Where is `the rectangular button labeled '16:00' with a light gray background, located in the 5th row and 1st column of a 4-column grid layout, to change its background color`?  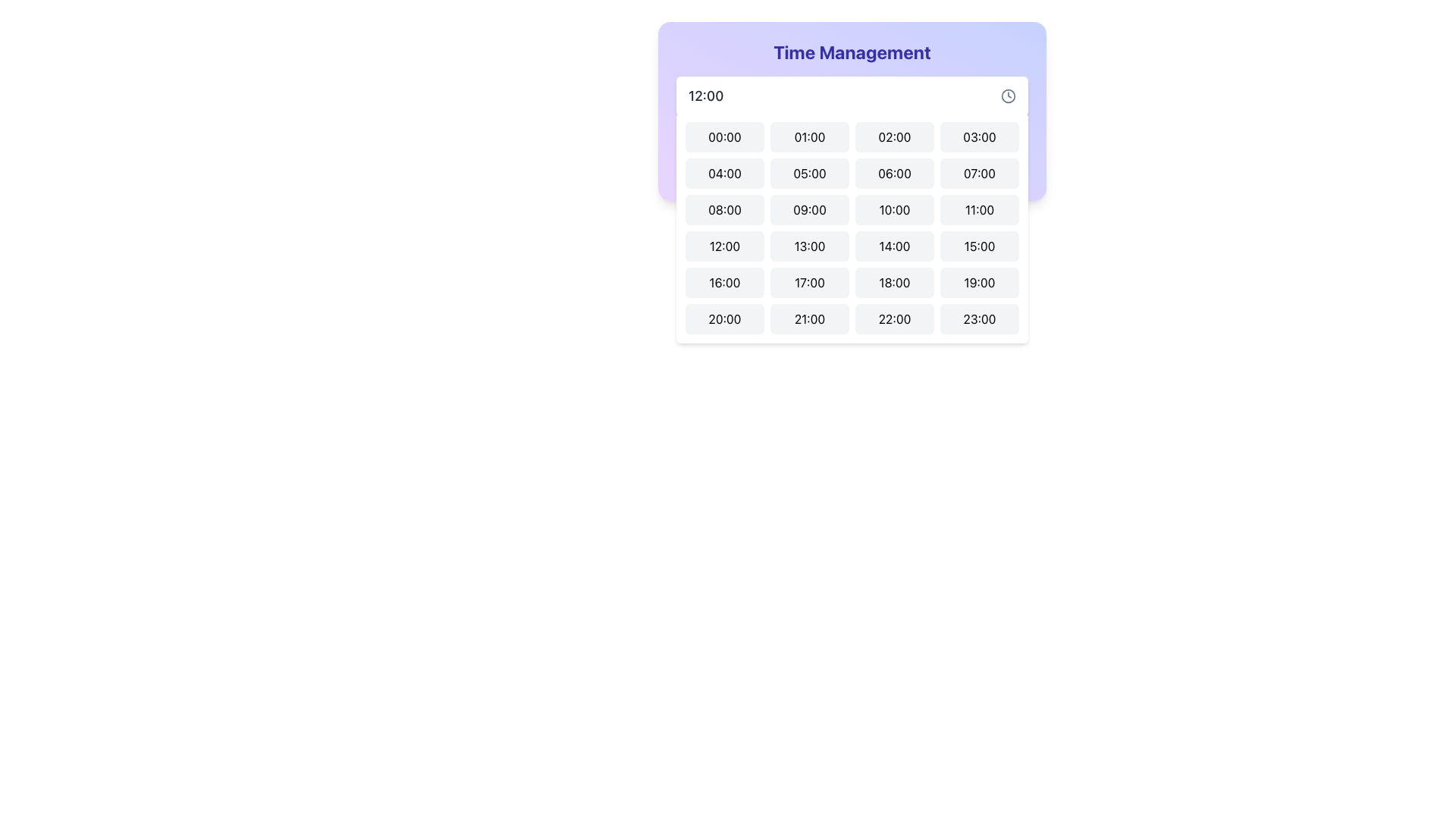 the rectangular button labeled '16:00' with a light gray background, located in the 5th row and 1st column of a 4-column grid layout, to change its background color is located at coordinates (723, 283).